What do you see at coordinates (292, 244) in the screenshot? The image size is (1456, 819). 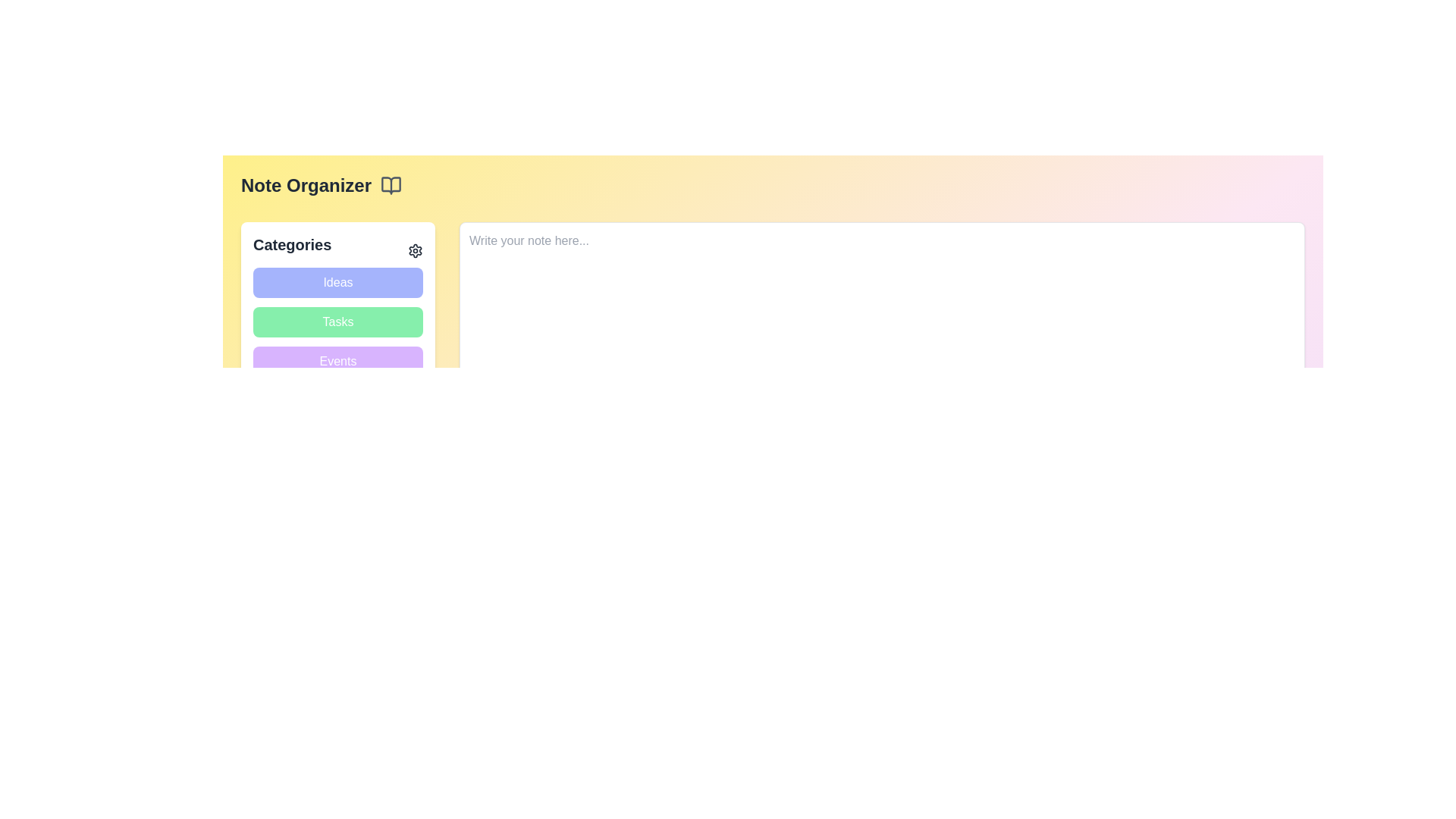 I see `text from the Text Label that serves to title the section, located to the left of a small interactive gear icon button` at bounding box center [292, 244].